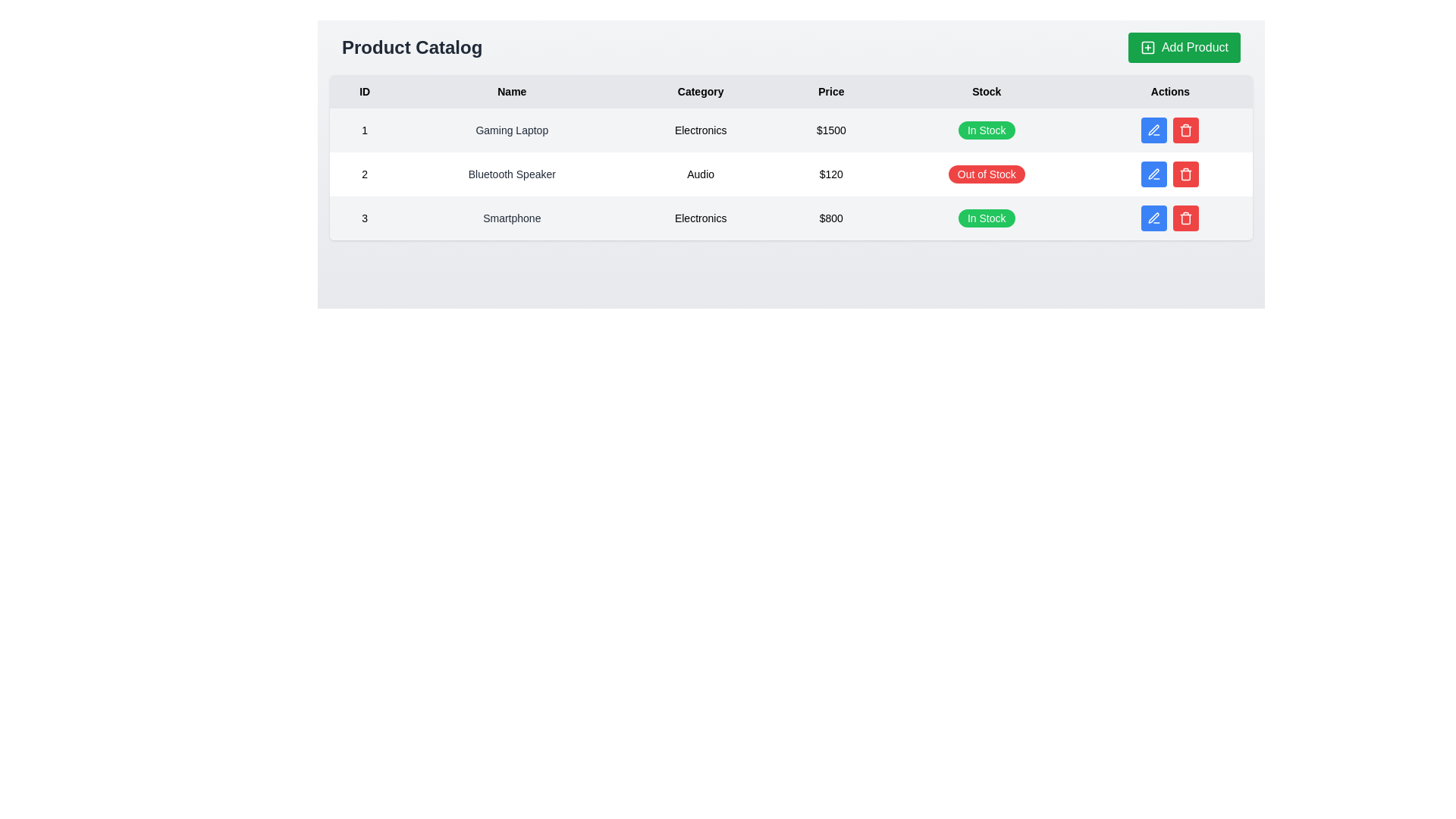 The height and width of the screenshot is (819, 1456). I want to click on the 'Actions' table header cell, which is the last column in the visible table header, located to the right of the 'Stock' column and styled with bold, centered text in a light gray rectangular cell, so click(1169, 91).